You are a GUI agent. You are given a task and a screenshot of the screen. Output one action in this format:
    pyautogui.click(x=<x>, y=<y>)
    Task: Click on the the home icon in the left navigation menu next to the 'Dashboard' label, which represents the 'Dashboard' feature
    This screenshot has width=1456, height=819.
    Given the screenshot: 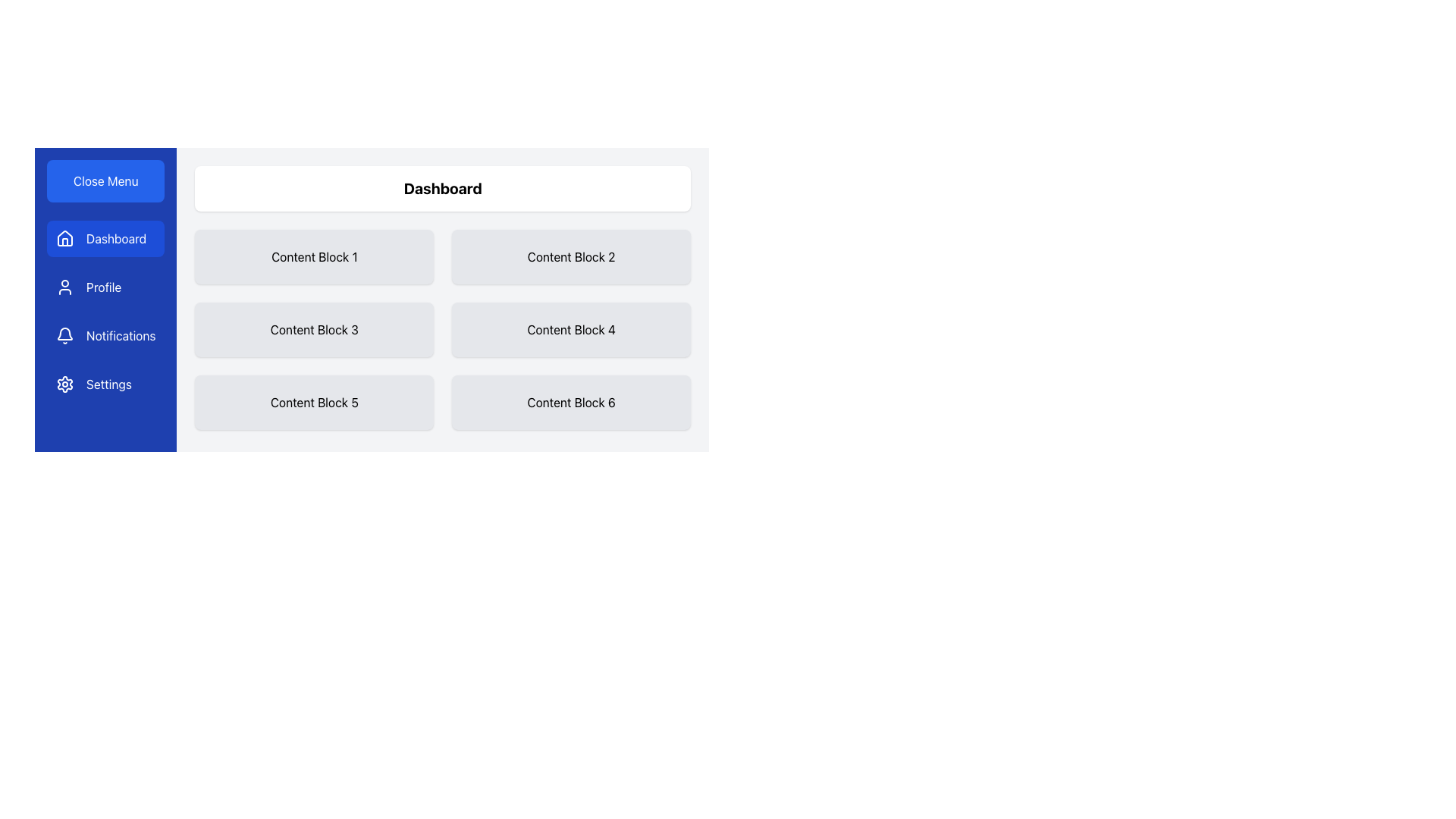 What is the action you would take?
    pyautogui.click(x=64, y=239)
    